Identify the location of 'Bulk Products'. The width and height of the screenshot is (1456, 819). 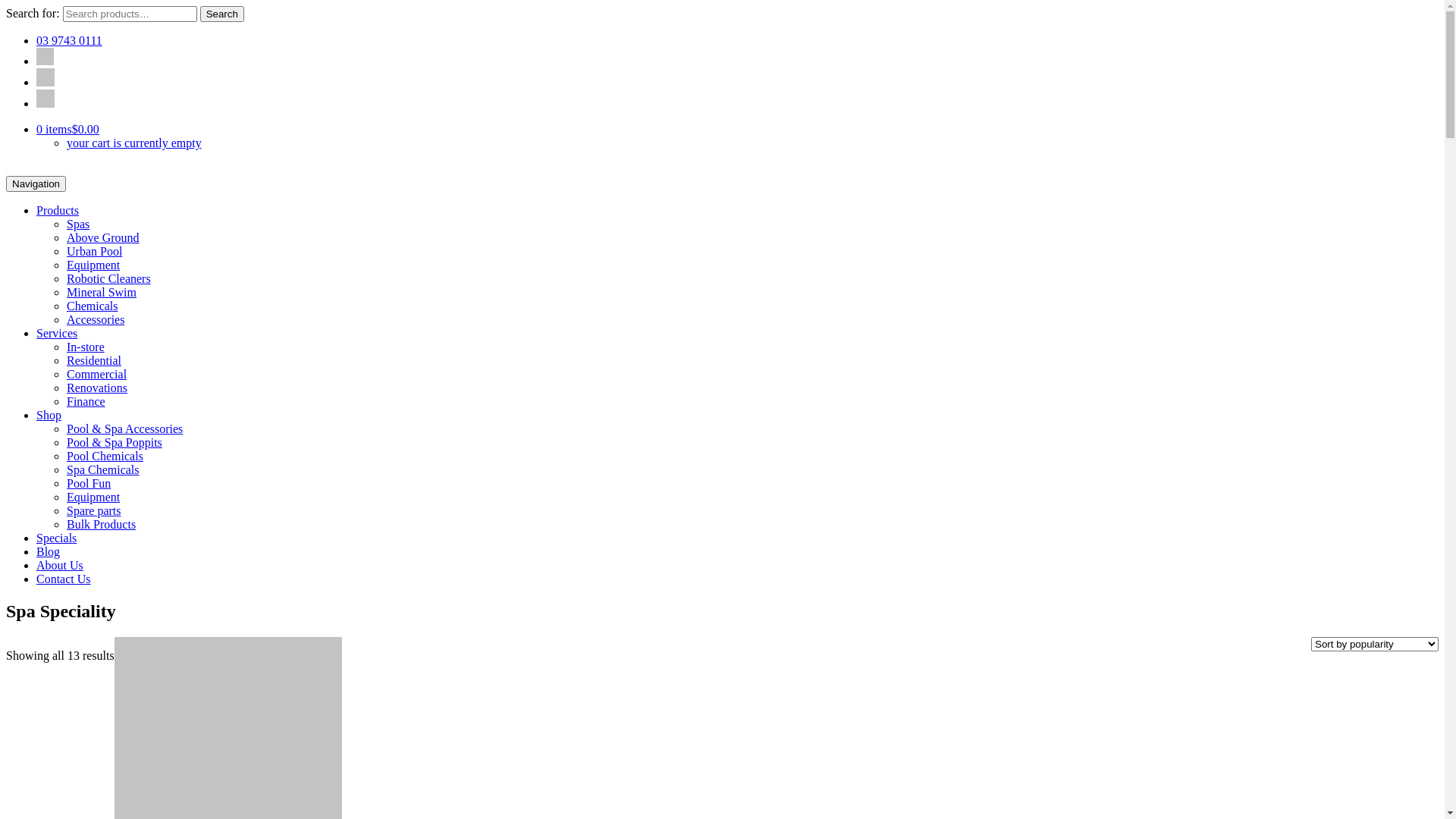
(100, 523).